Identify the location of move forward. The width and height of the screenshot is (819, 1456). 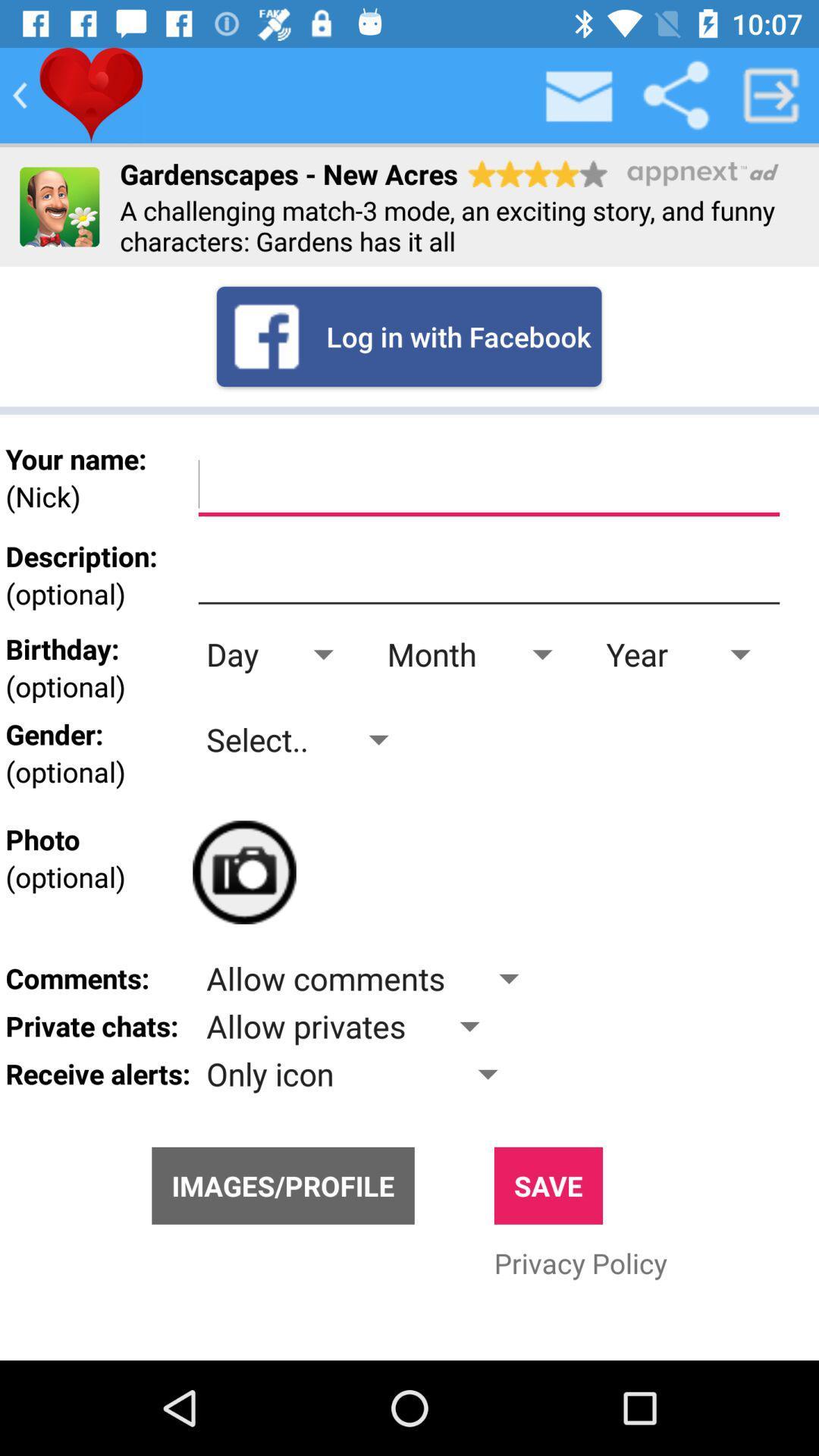
(771, 94).